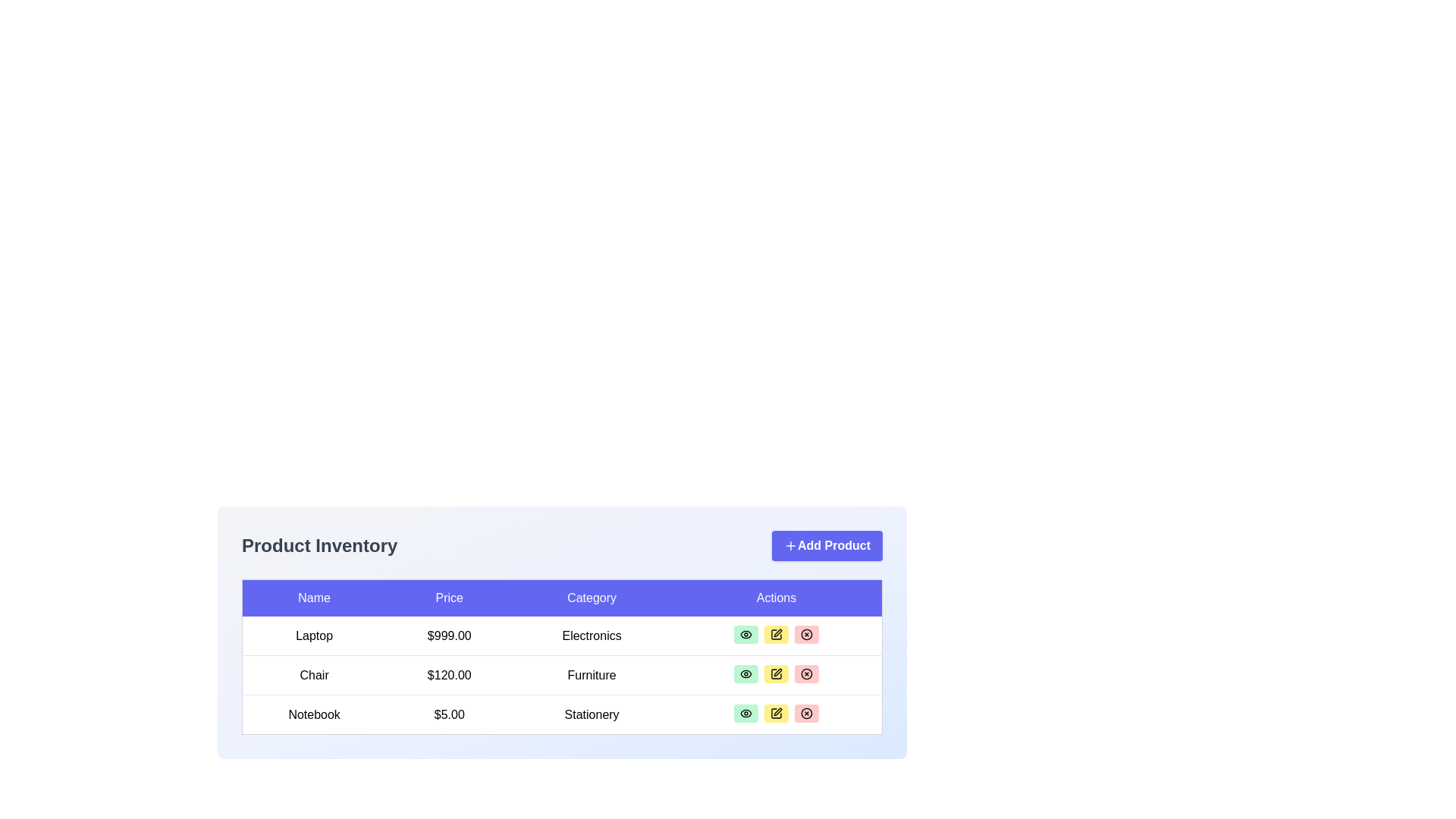 The width and height of the screenshot is (1456, 819). What do you see at coordinates (745, 635) in the screenshot?
I see `the leftmost 'view' button in the 'Actions' column for the 'Laptop' product` at bounding box center [745, 635].